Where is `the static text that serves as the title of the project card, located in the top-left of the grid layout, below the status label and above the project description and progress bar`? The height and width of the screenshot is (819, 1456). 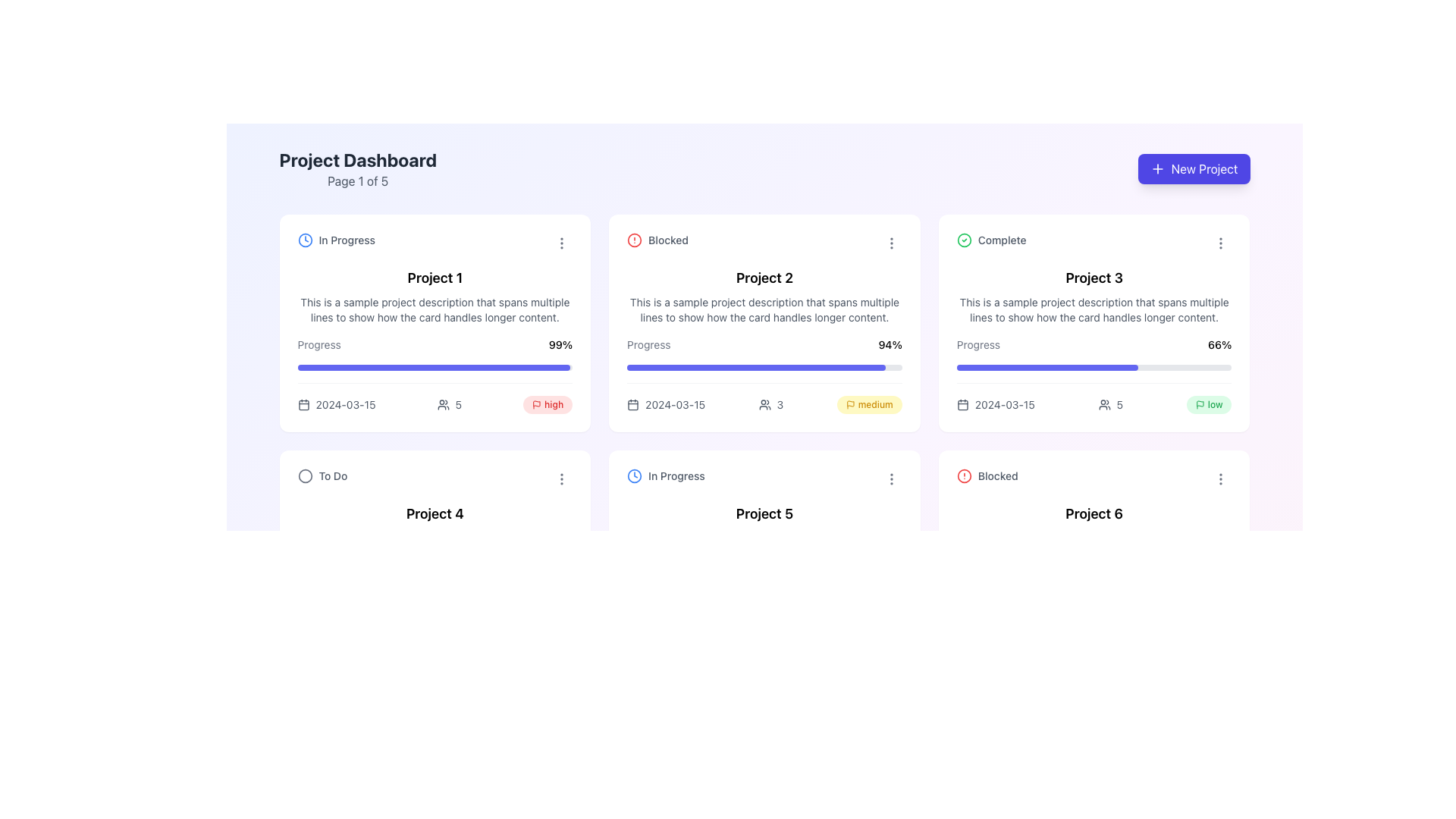
the static text that serves as the title of the project card, located in the top-left of the grid layout, below the status label and above the project description and progress bar is located at coordinates (434, 278).